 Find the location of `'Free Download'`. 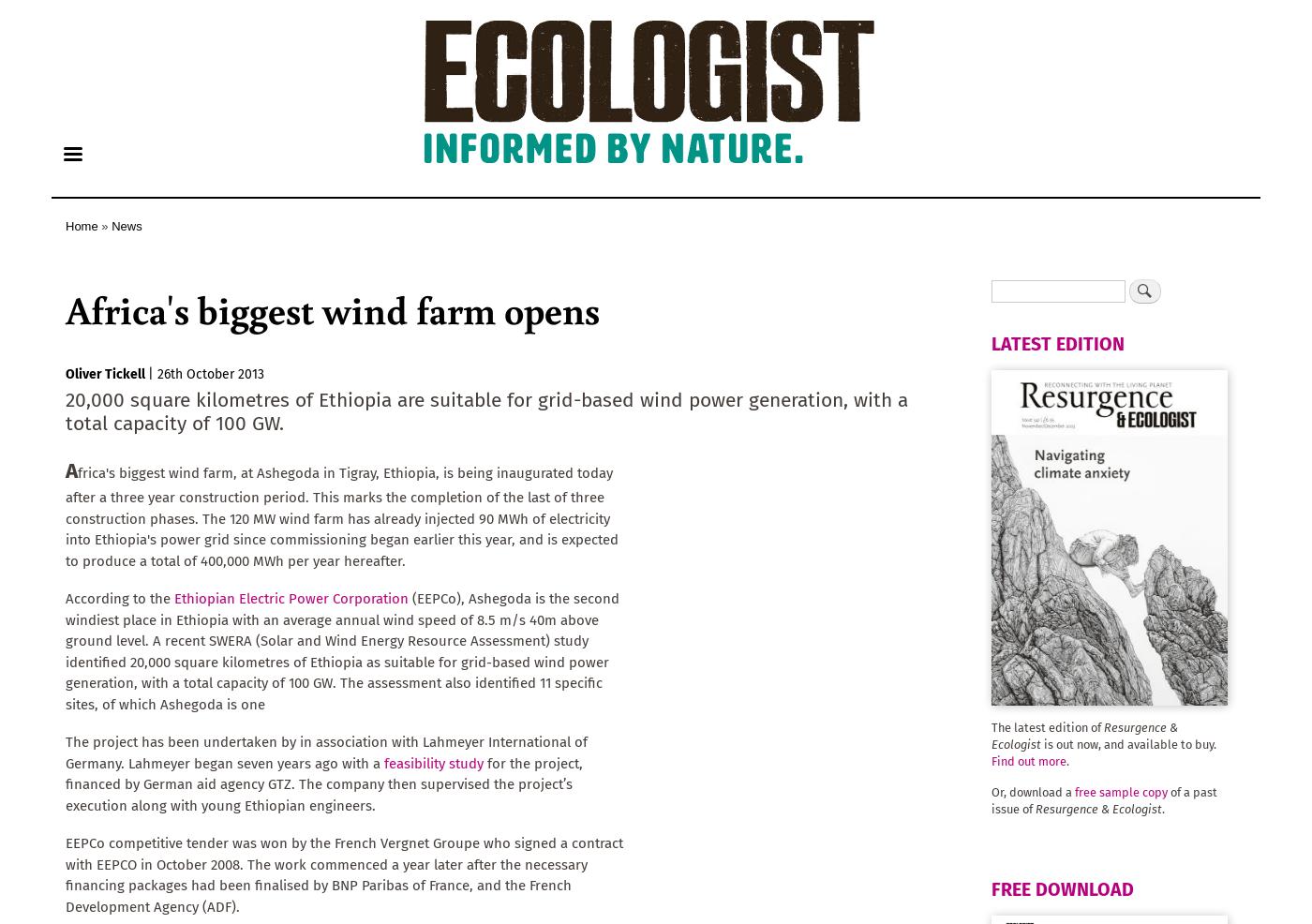

'Free Download' is located at coordinates (991, 889).